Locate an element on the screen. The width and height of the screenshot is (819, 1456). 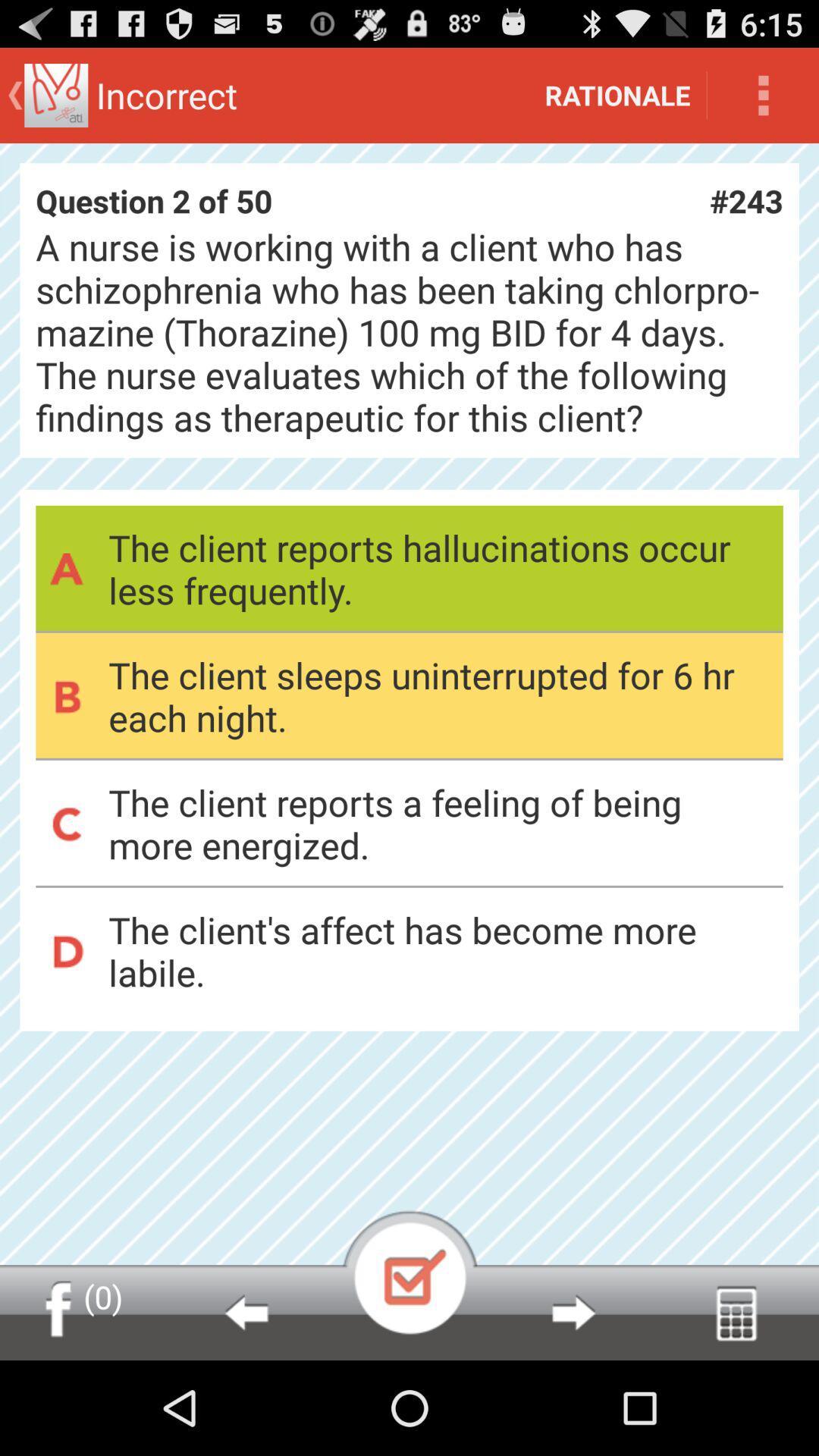
calculator option is located at coordinates (736, 1312).